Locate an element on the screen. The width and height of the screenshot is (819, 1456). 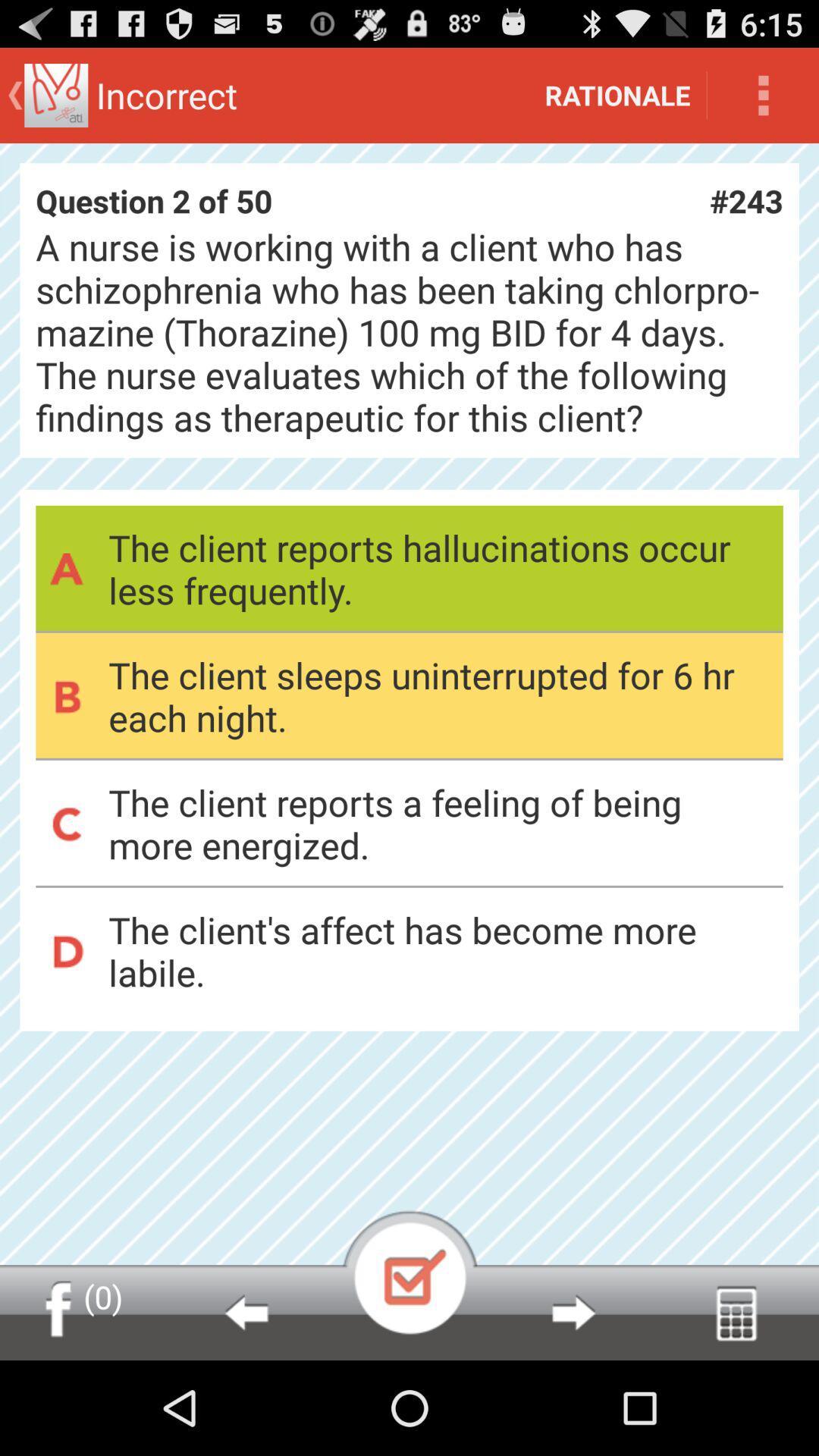
calculator option is located at coordinates (736, 1312).